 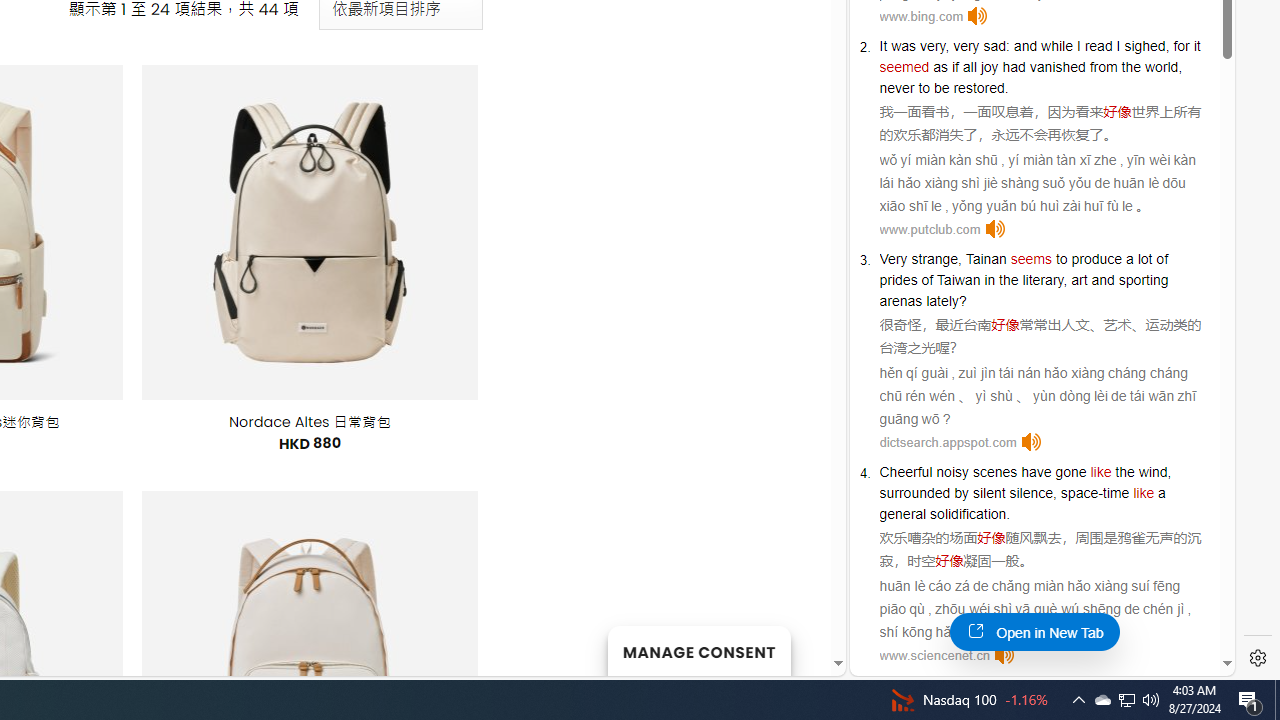 What do you see at coordinates (969, 65) in the screenshot?
I see `'all'` at bounding box center [969, 65].